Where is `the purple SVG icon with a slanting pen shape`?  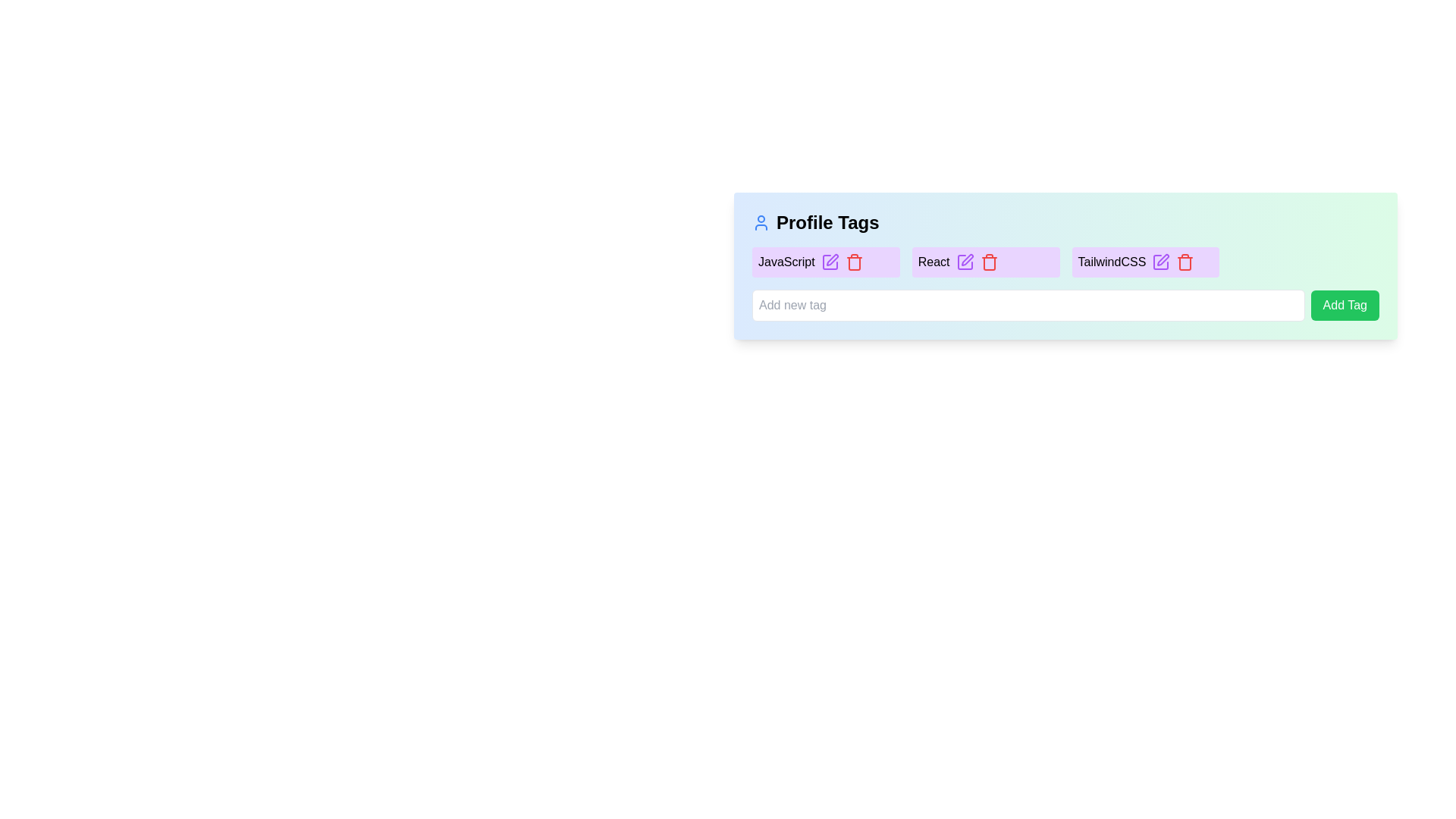 the purple SVG icon with a slanting pen shape is located at coordinates (964, 262).